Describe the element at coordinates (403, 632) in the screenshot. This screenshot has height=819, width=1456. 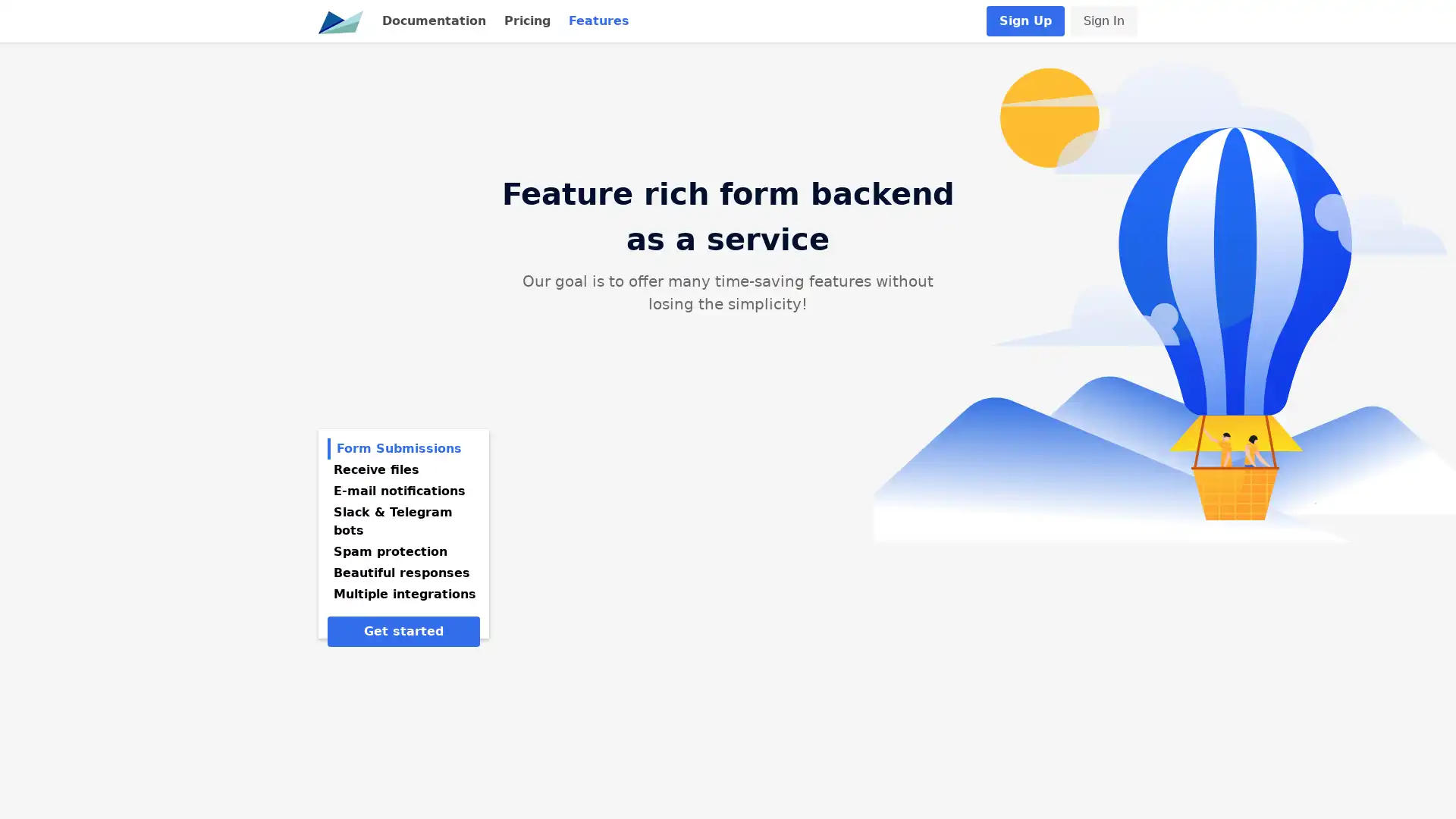
I see `Get started` at that location.